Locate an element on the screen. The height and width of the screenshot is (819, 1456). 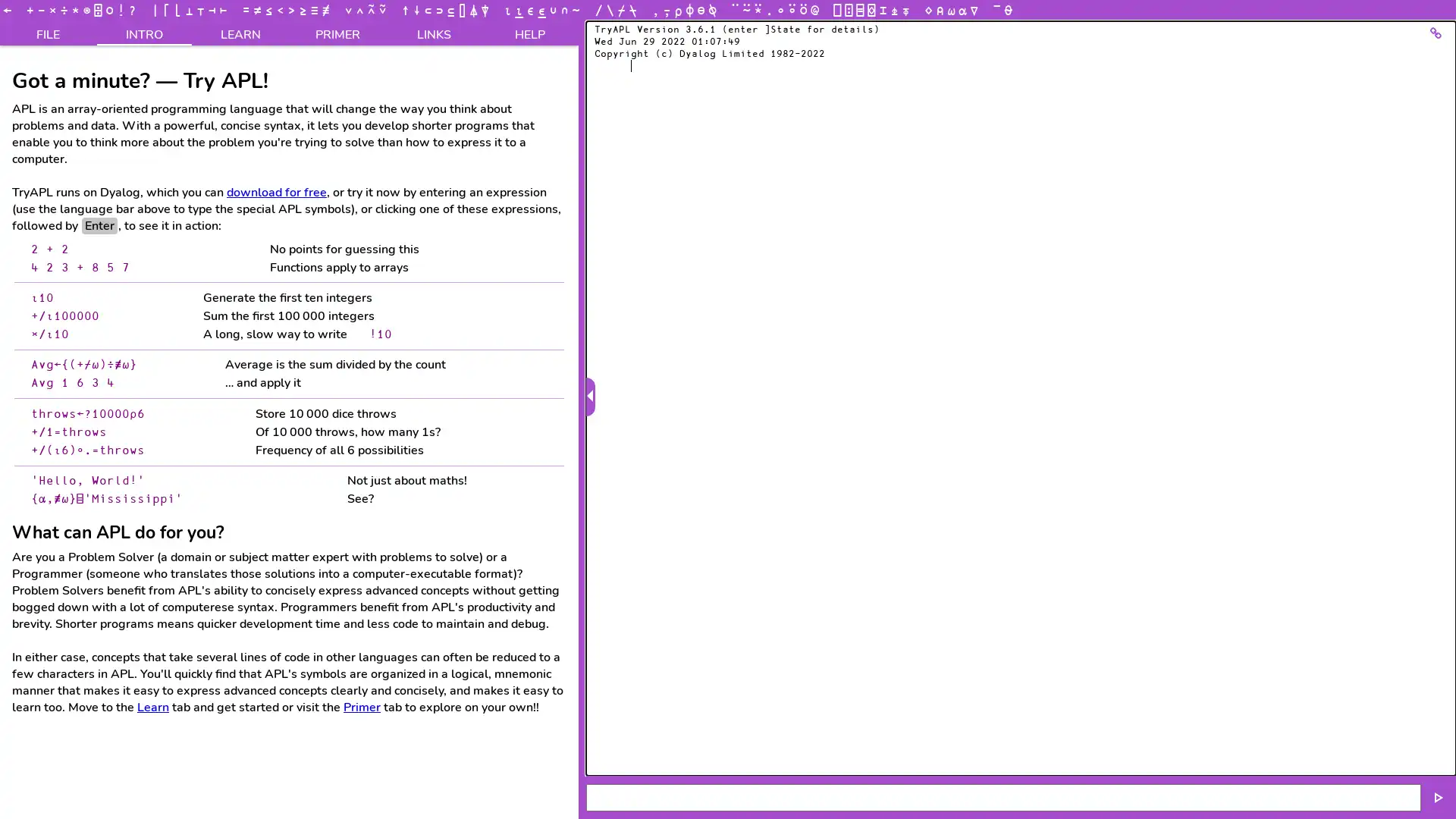
INTRO is located at coordinates (144, 33).